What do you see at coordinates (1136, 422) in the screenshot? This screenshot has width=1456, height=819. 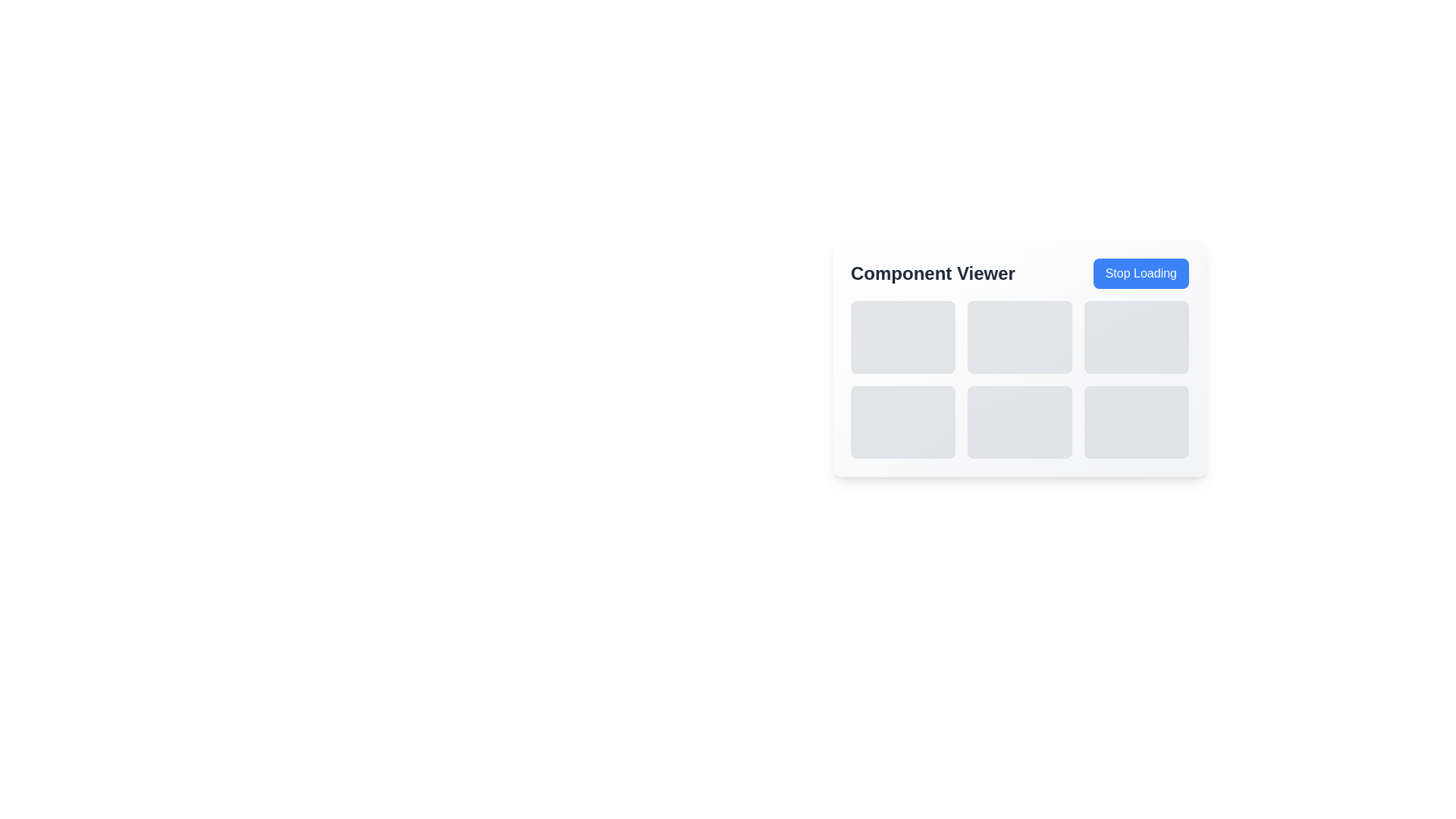 I see `the Placeholder box located in the third column of the second row within a grid layout, representing a loading state` at bounding box center [1136, 422].